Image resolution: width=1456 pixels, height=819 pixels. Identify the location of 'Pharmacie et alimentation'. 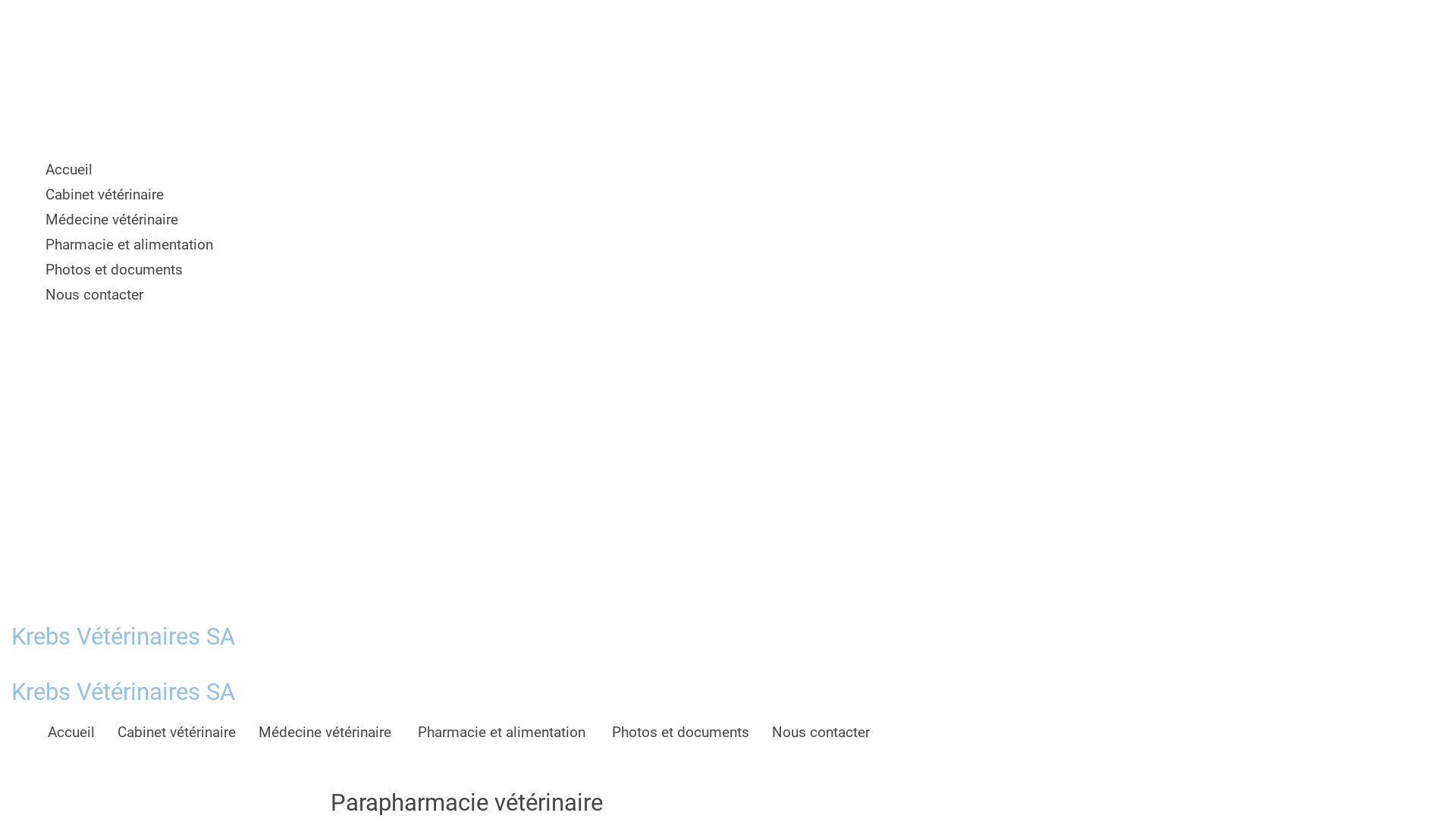
(503, 730).